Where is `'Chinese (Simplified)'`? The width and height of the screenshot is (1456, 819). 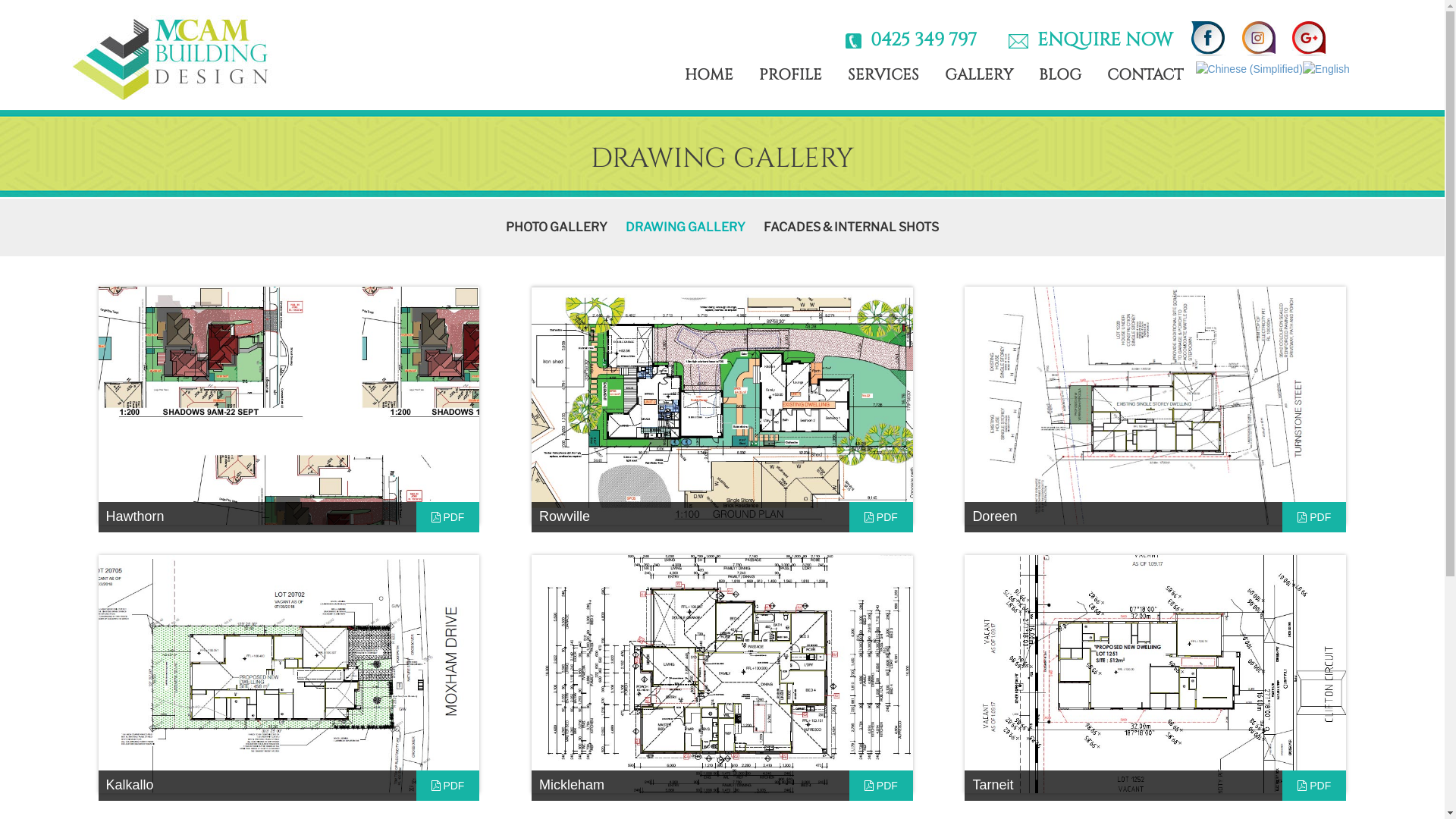 'Chinese (Simplified)' is located at coordinates (1249, 67).